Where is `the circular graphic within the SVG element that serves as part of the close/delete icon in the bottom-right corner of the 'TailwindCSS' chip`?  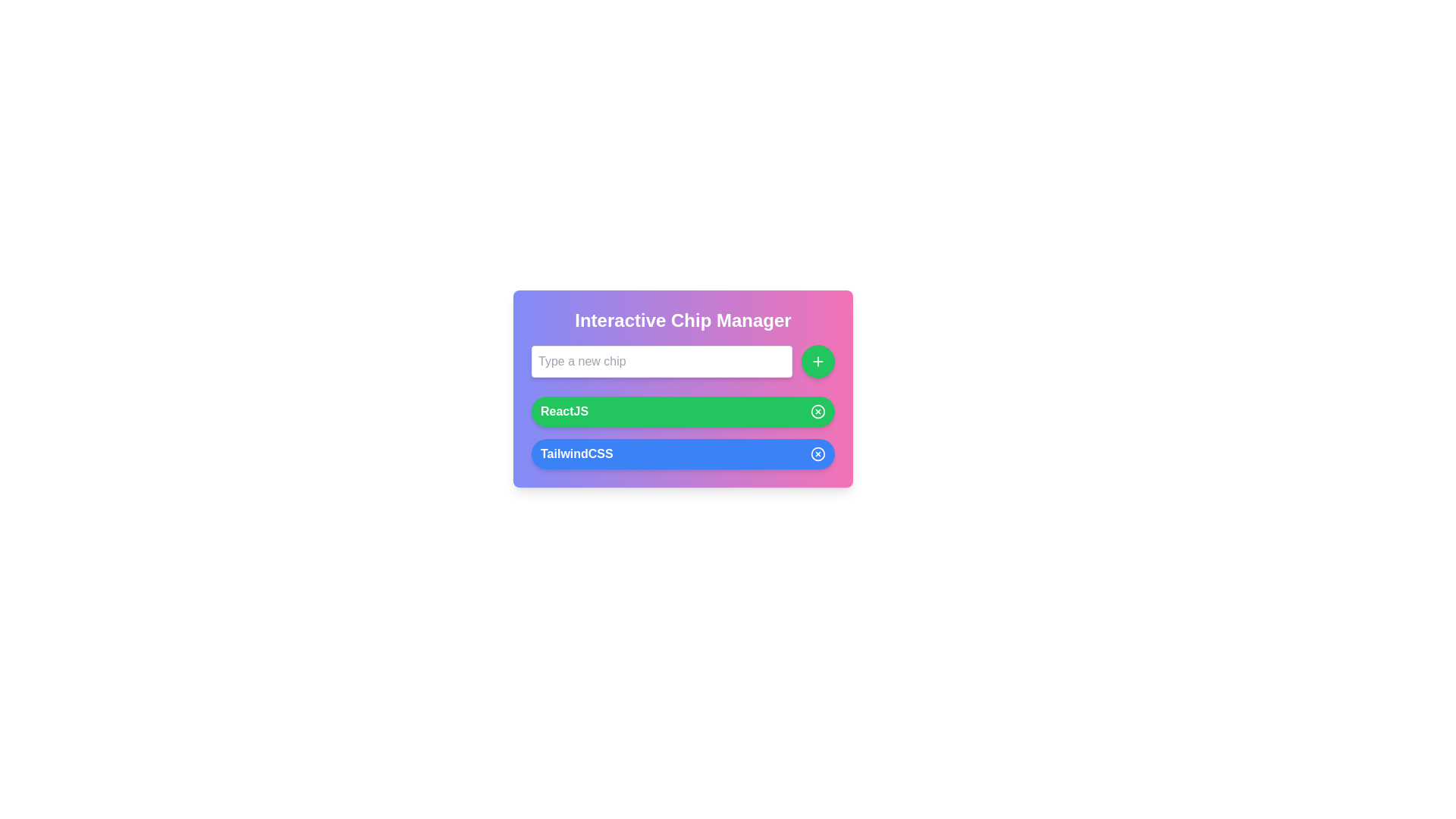
the circular graphic within the SVG element that serves as part of the close/delete icon in the bottom-right corner of the 'TailwindCSS' chip is located at coordinates (817, 453).